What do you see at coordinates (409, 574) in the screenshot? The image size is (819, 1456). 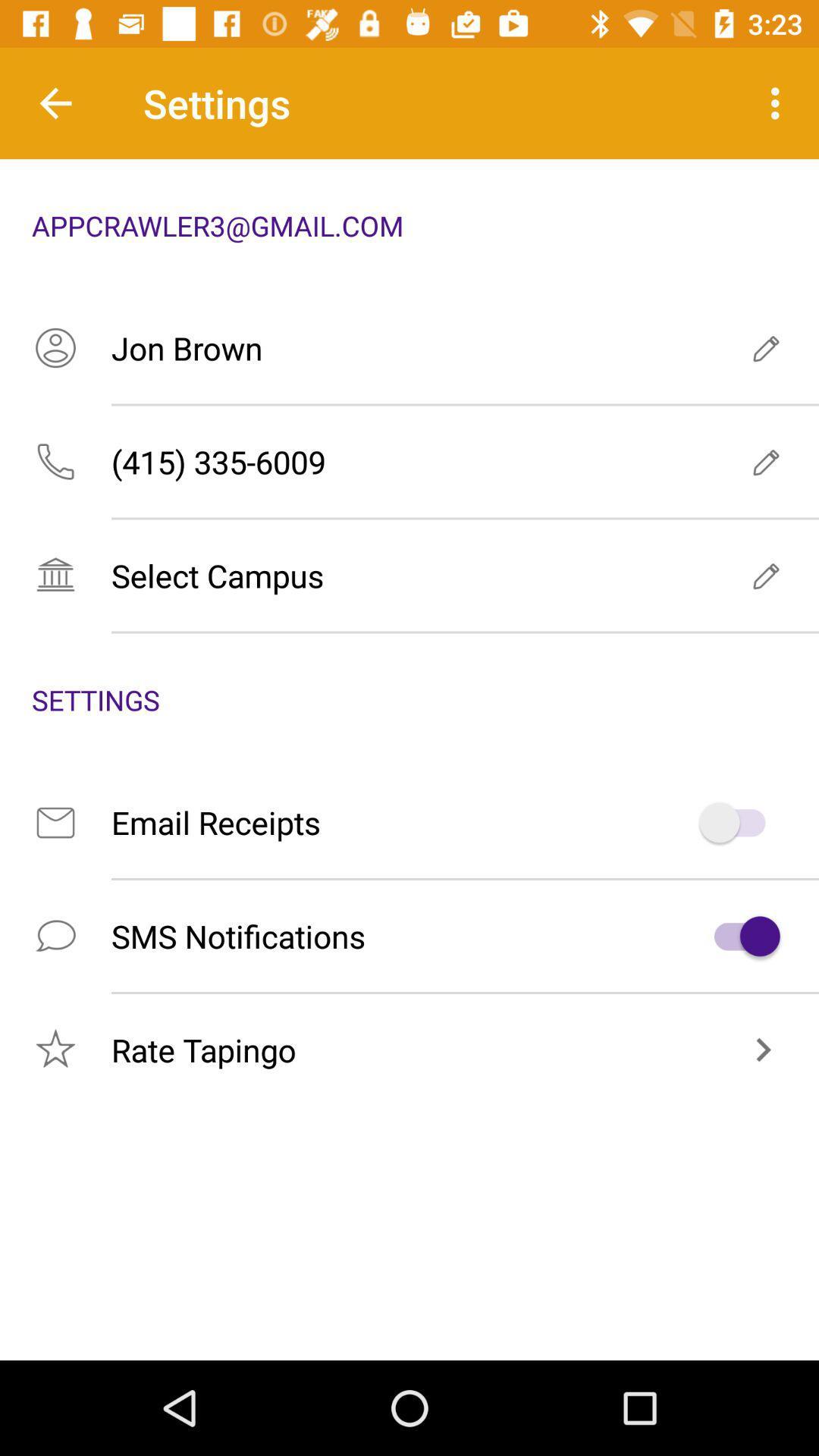 I see `the icon above settings` at bounding box center [409, 574].